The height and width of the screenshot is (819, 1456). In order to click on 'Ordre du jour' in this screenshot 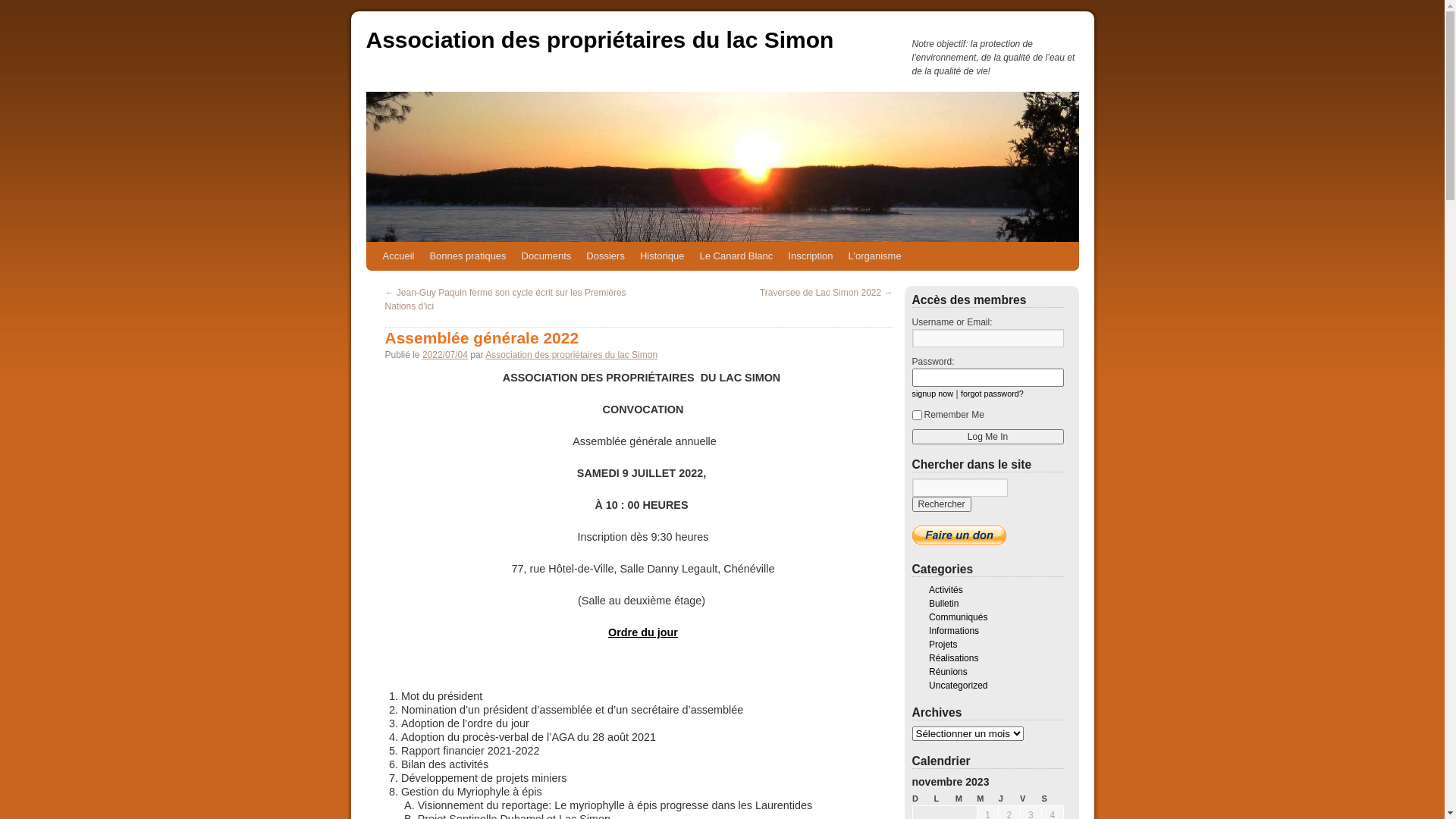, I will do `click(643, 632)`.